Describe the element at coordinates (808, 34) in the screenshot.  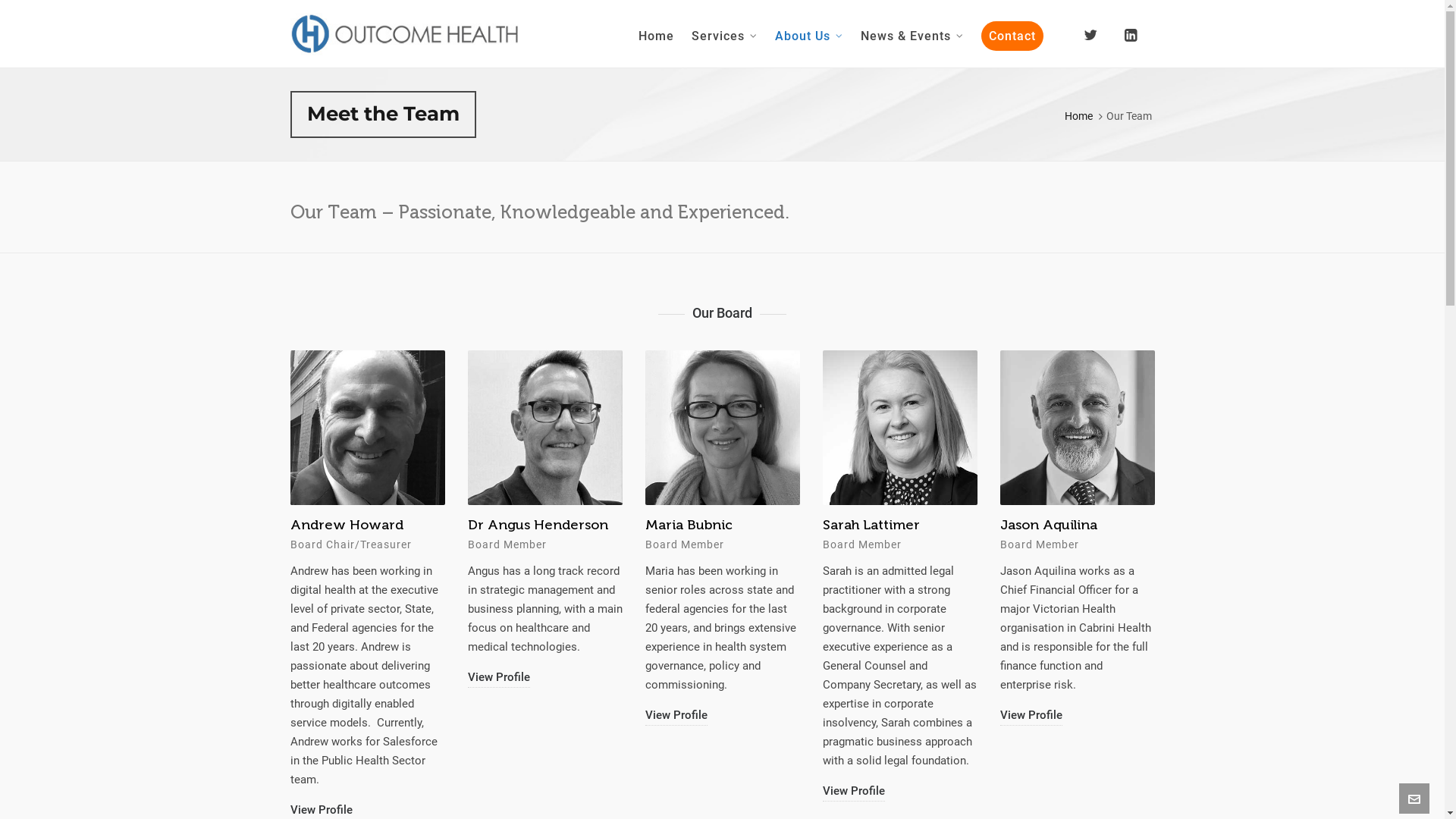
I see `'About Us'` at that location.